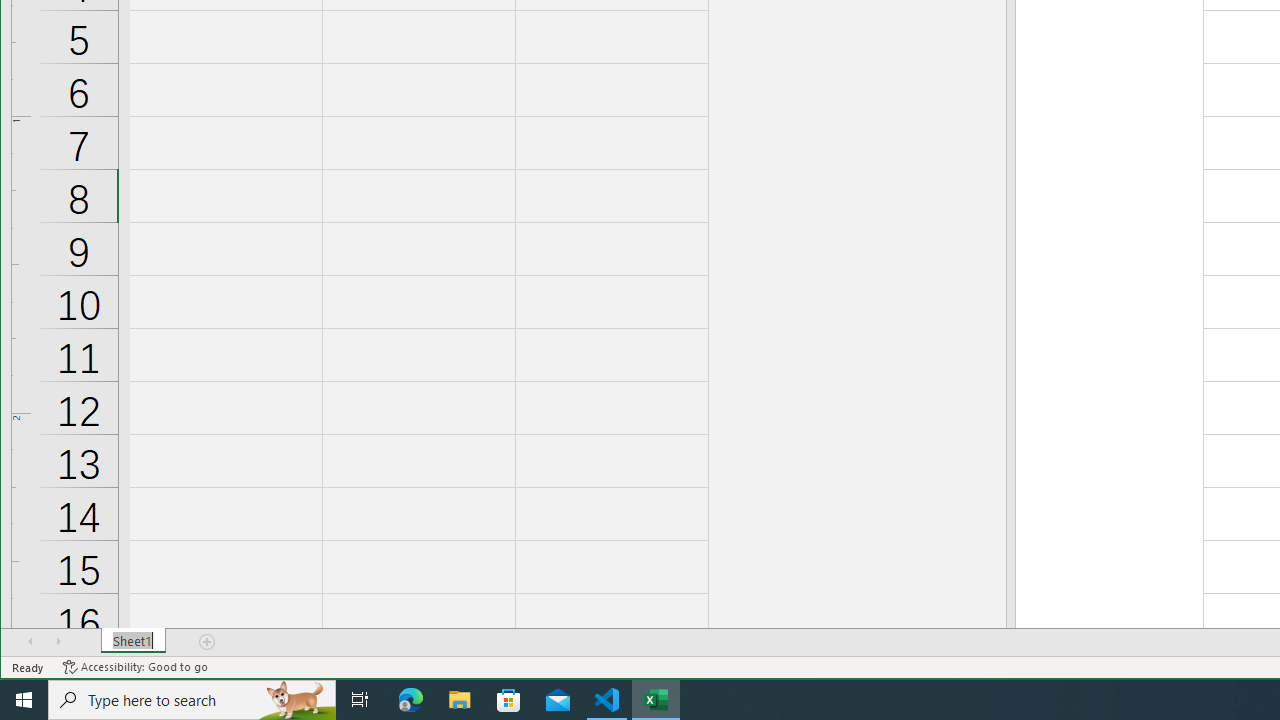 The height and width of the screenshot is (720, 1280). What do you see at coordinates (359, 698) in the screenshot?
I see `'Task View'` at bounding box center [359, 698].